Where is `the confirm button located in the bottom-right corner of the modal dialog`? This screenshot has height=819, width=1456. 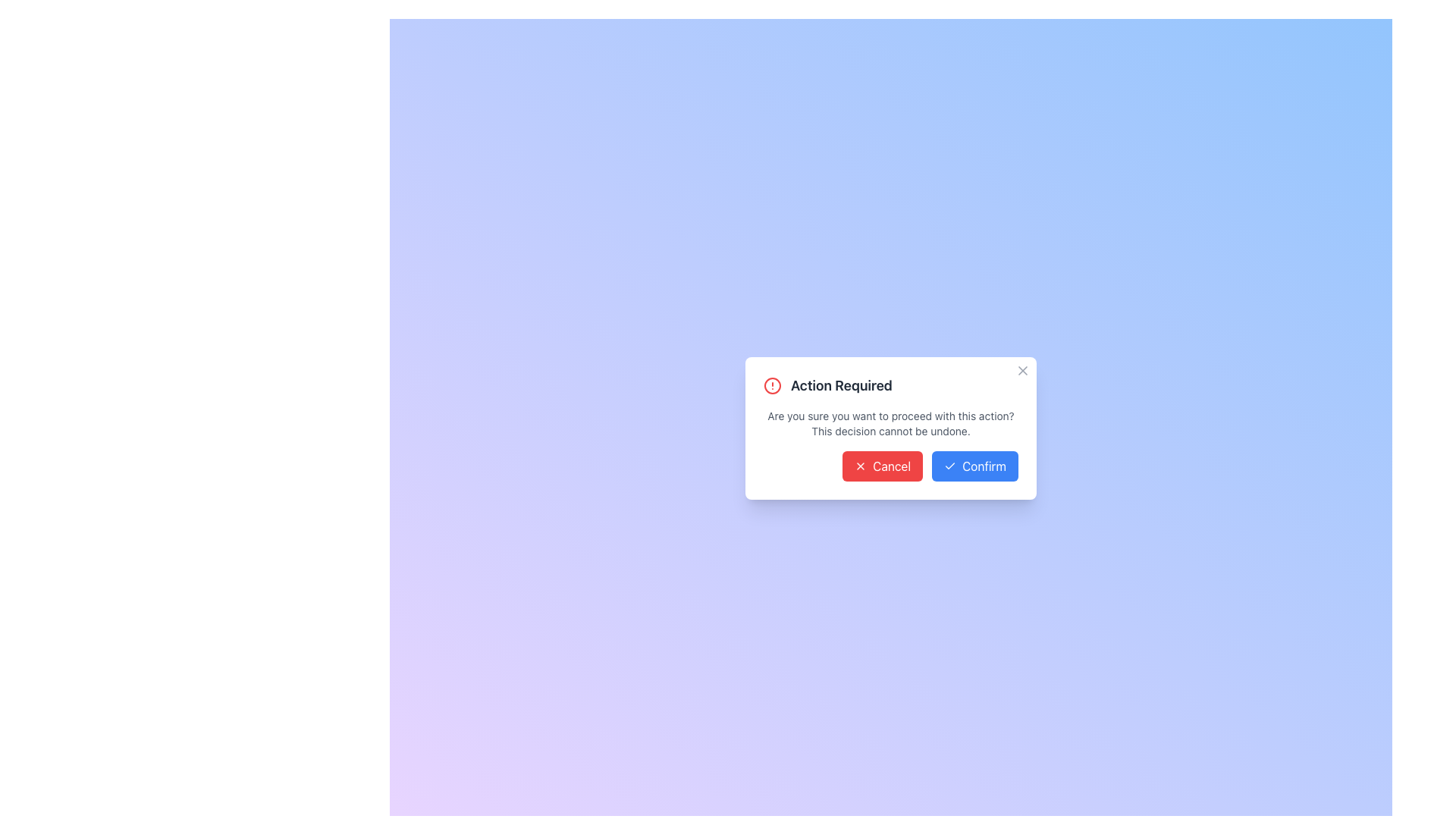 the confirm button located in the bottom-right corner of the modal dialog is located at coordinates (975, 465).